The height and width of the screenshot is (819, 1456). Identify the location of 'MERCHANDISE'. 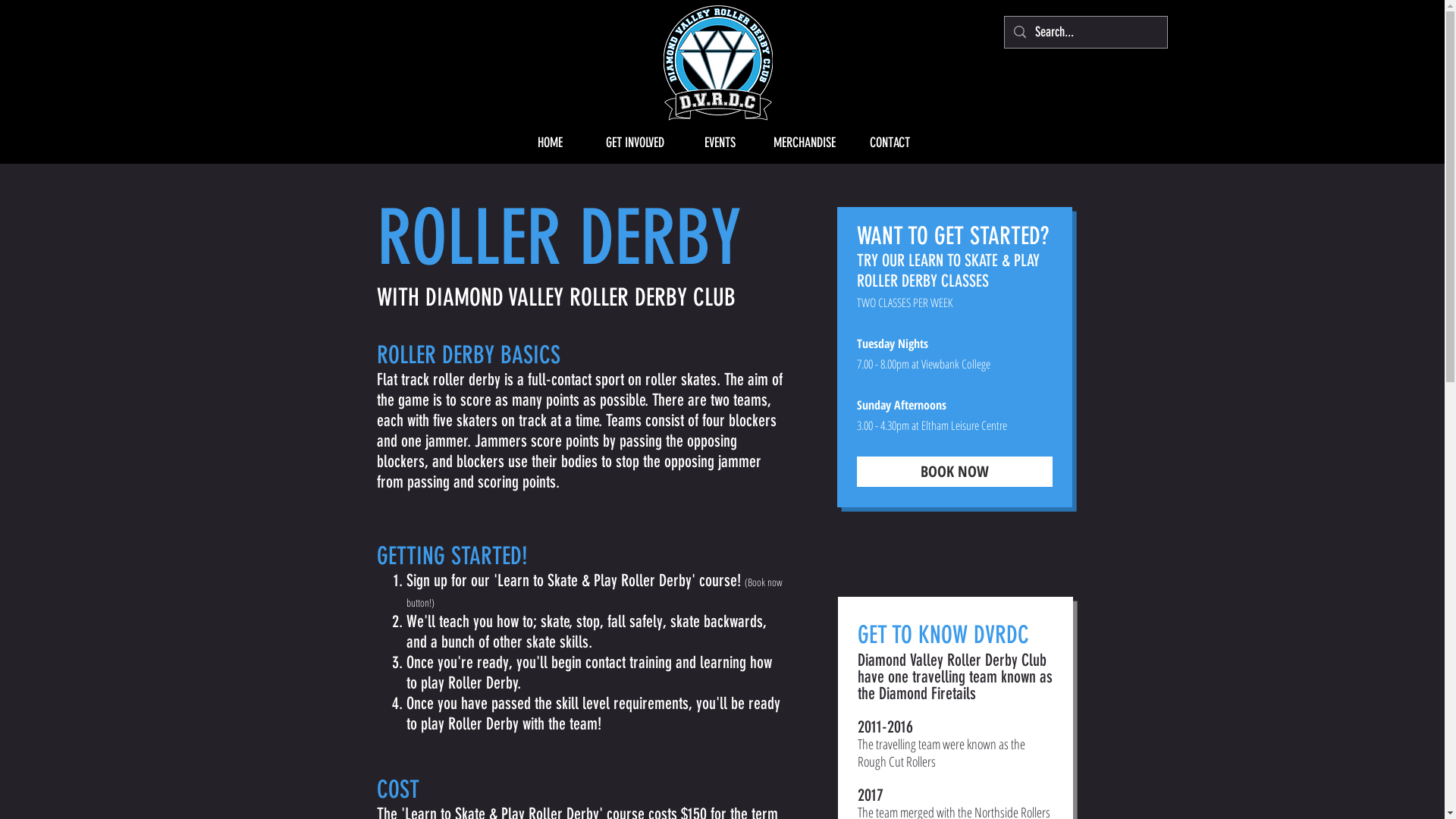
(761, 143).